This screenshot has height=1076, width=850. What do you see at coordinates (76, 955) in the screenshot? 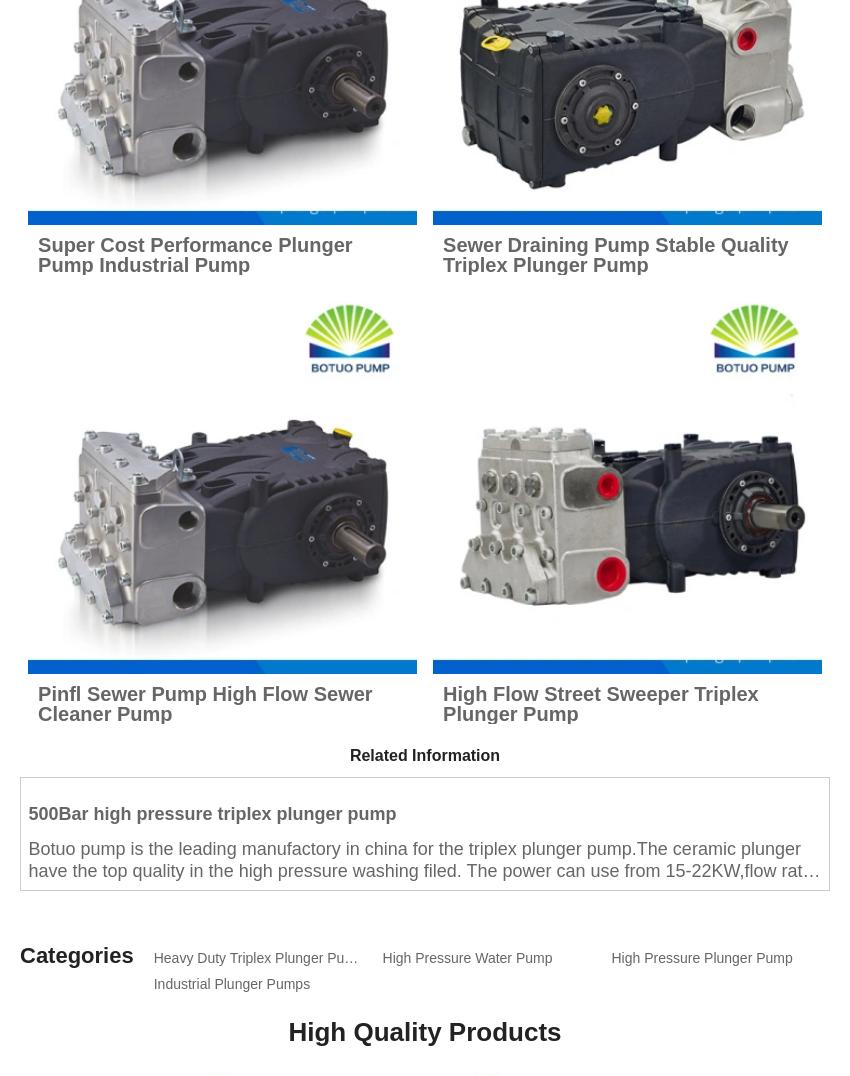
I see `'Categories'` at bounding box center [76, 955].